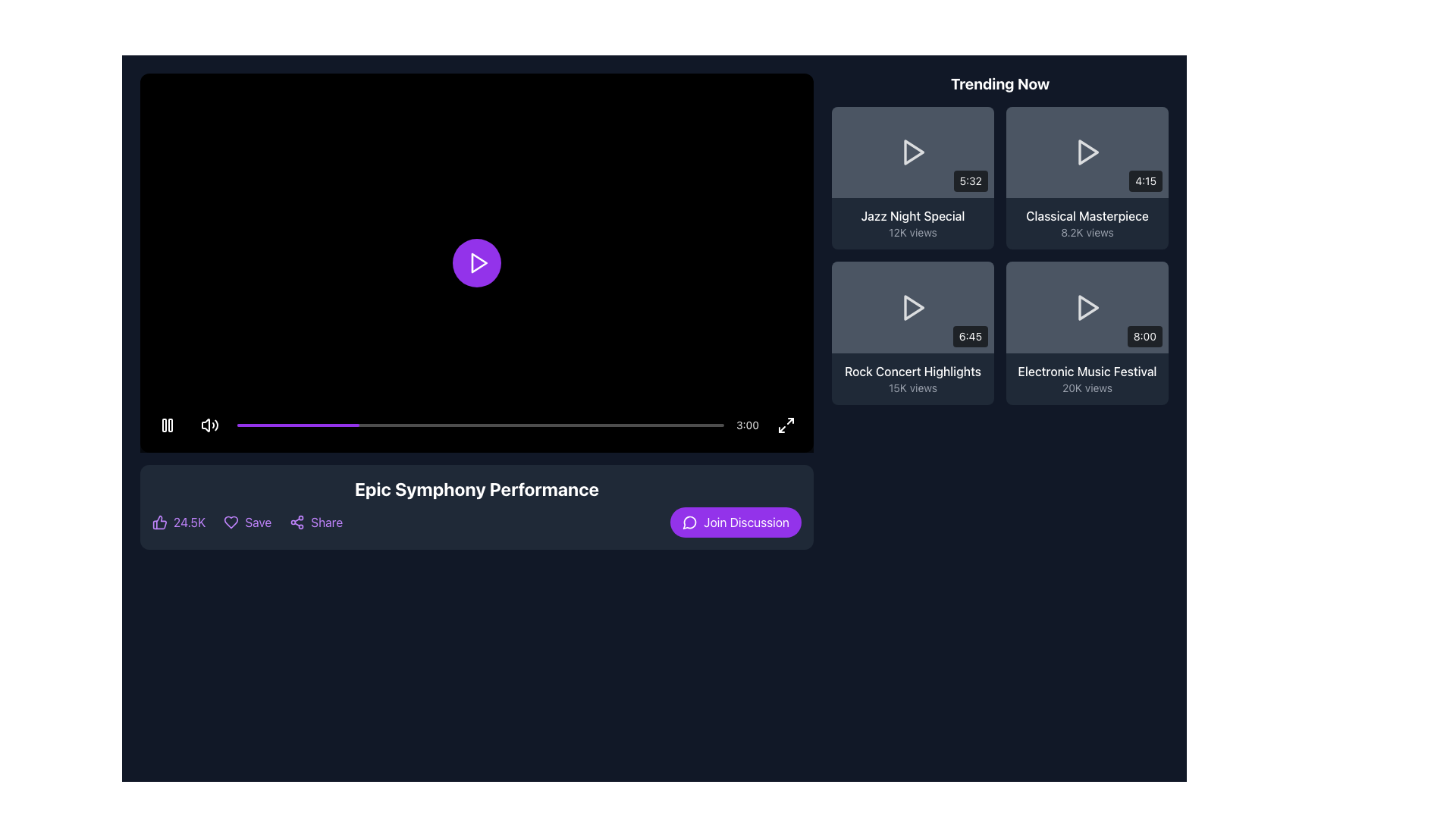  I want to click on the 'Save' text label, which is styled in purple and located below the video playback area, positioned between a heart icon and a share icon, so click(258, 521).